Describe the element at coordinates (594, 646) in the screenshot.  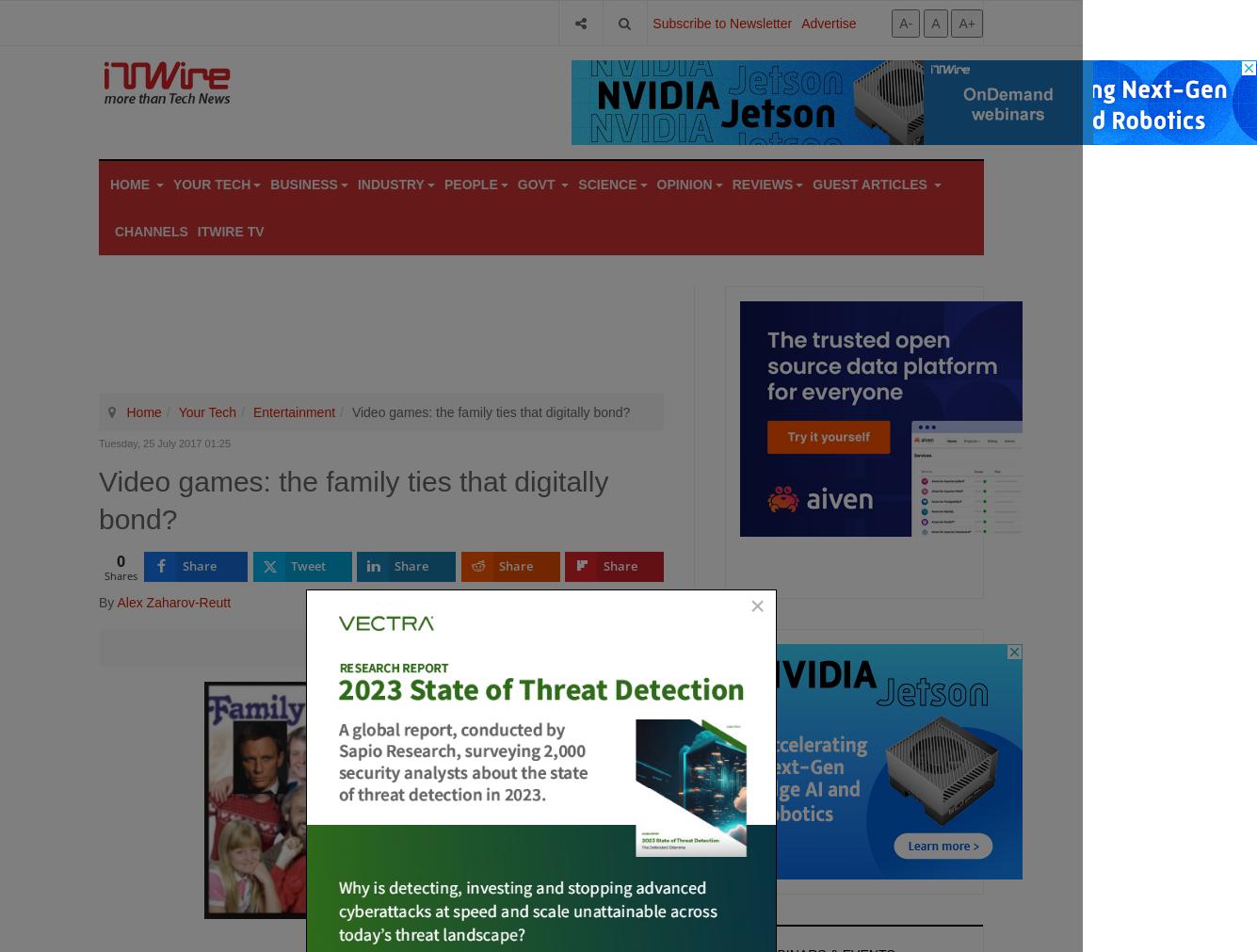
I see `'DISQUS_COMMENTS'` at that location.